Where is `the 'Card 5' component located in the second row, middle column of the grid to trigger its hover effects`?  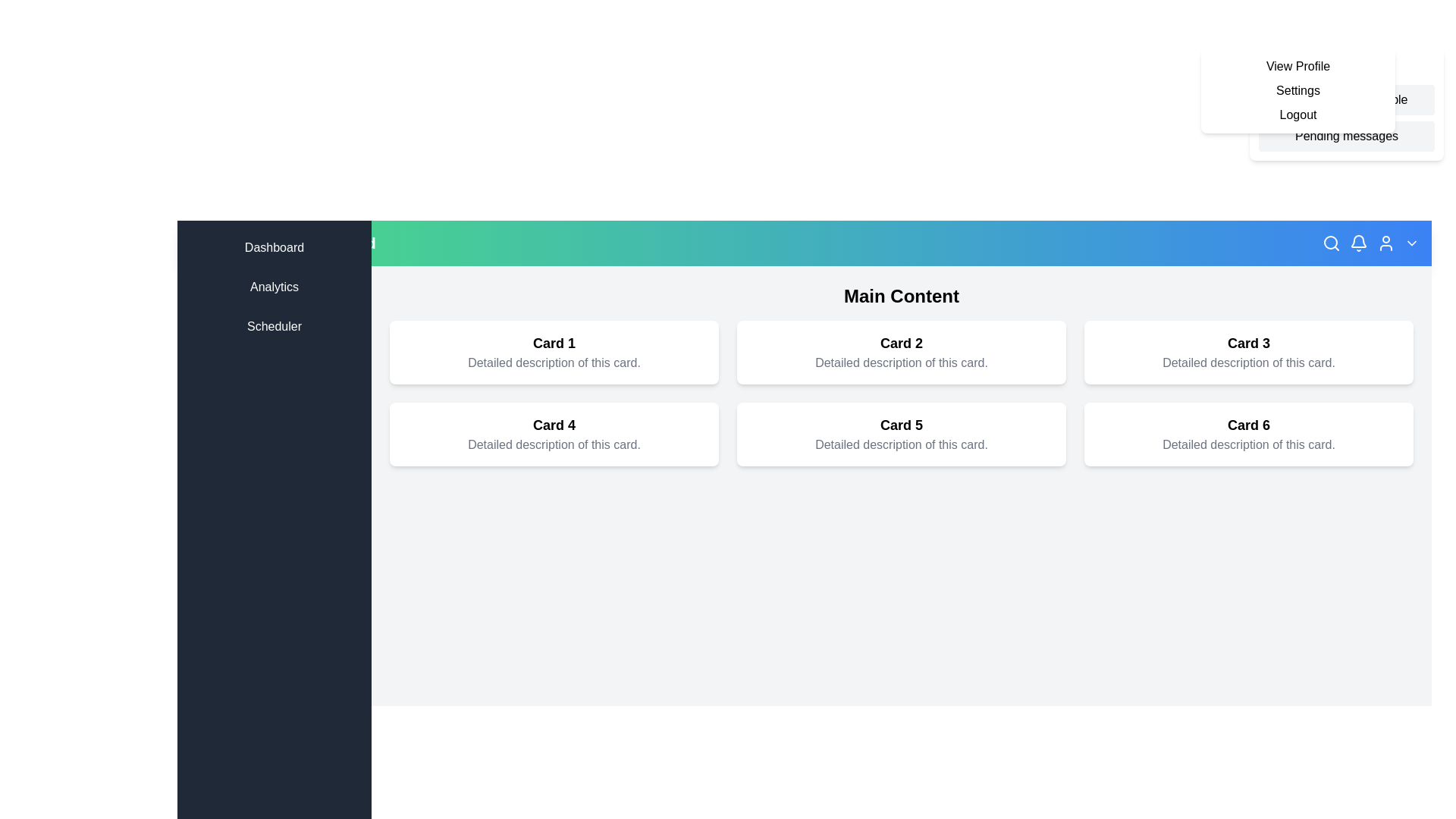
the 'Card 5' component located in the second row, middle column of the grid to trigger its hover effects is located at coordinates (902, 435).